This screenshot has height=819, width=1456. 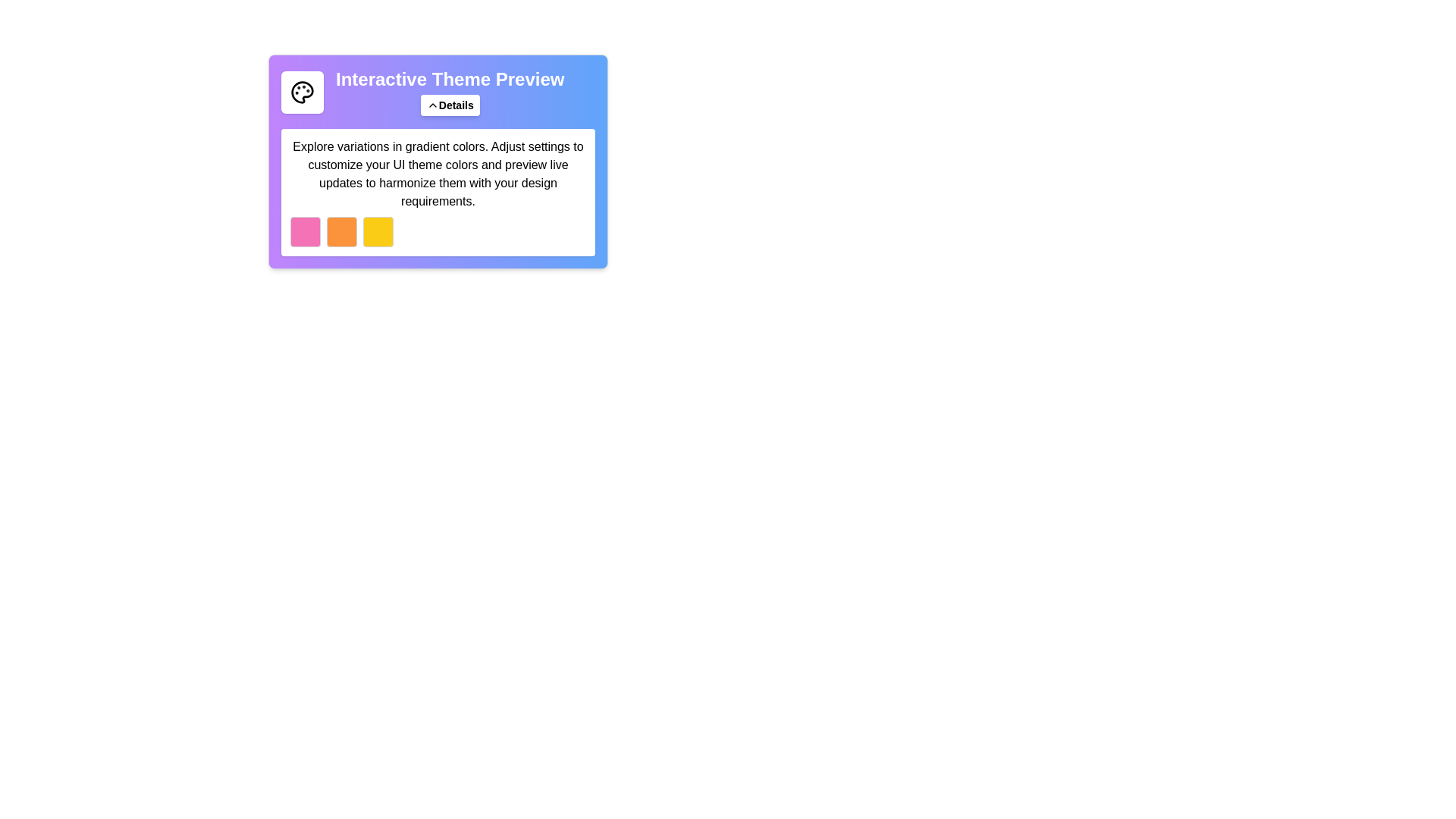 What do you see at coordinates (449, 92) in the screenshot?
I see `the Composite component displaying a title and a 'Details' button` at bounding box center [449, 92].